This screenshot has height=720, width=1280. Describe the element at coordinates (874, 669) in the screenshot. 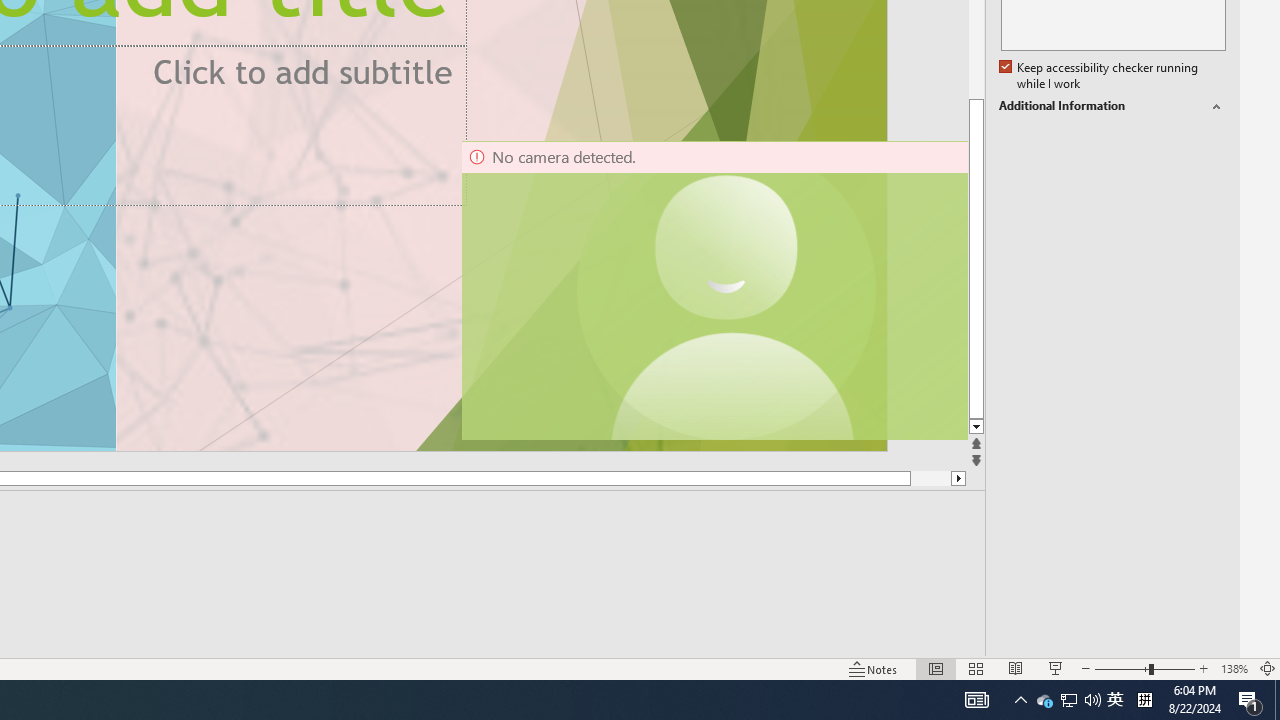

I see `'Notes '` at that location.